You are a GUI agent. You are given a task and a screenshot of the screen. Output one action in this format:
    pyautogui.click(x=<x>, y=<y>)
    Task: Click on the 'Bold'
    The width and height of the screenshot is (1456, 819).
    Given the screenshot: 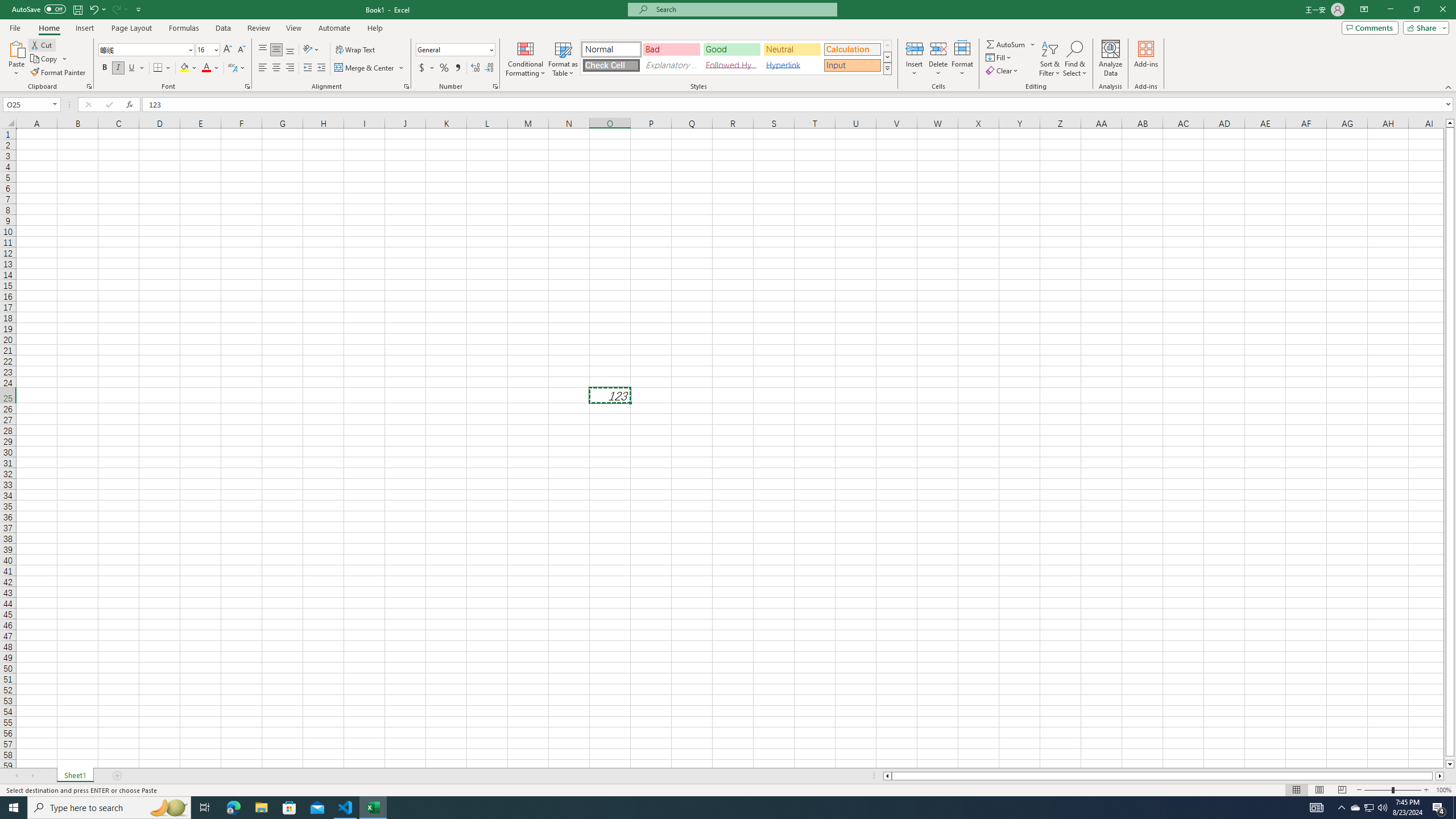 What is the action you would take?
    pyautogui.click(x=104, y=67)
    